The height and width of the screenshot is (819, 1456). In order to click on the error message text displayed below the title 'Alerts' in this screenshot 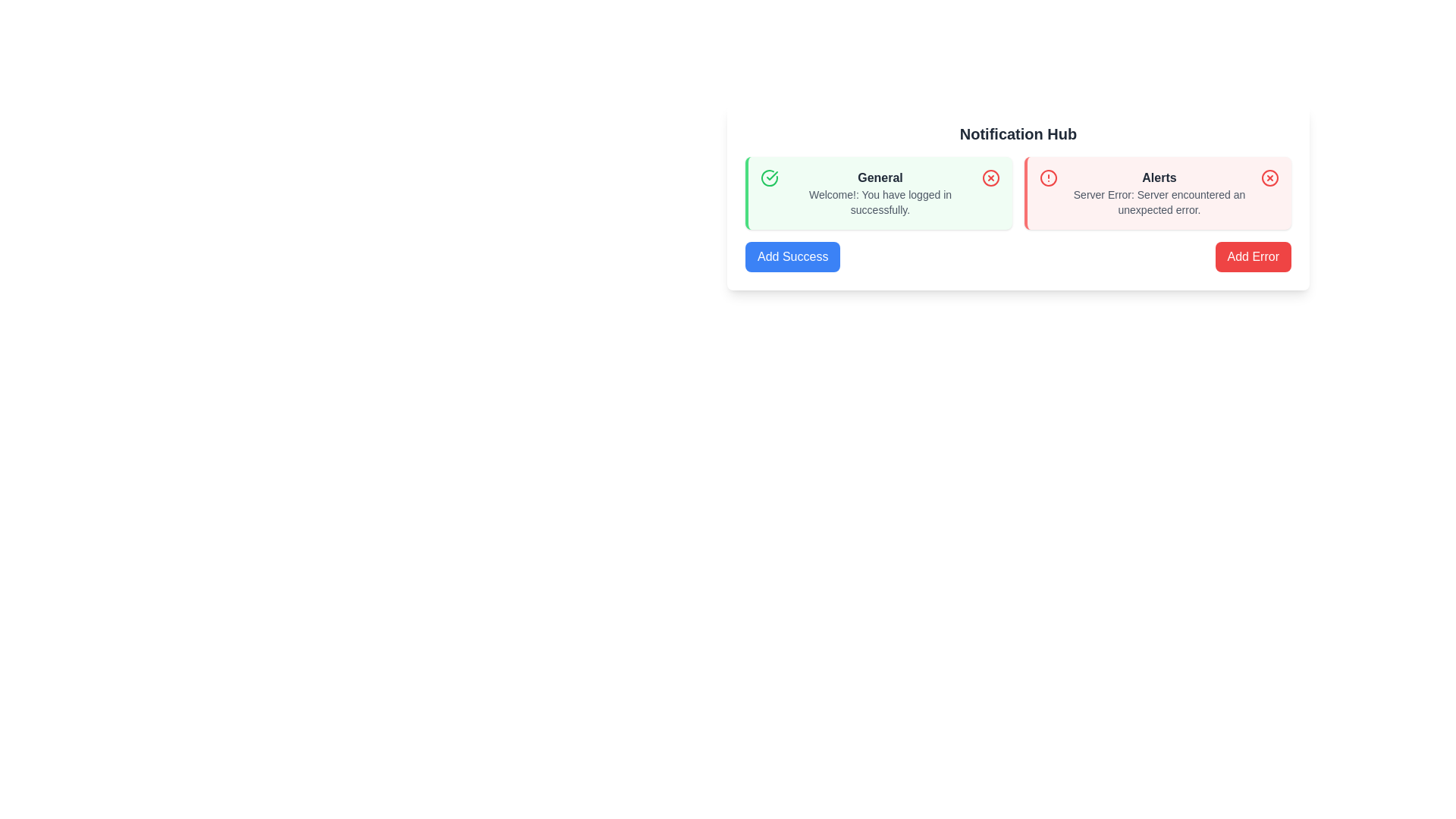, I will do `click(1159, 201)`.